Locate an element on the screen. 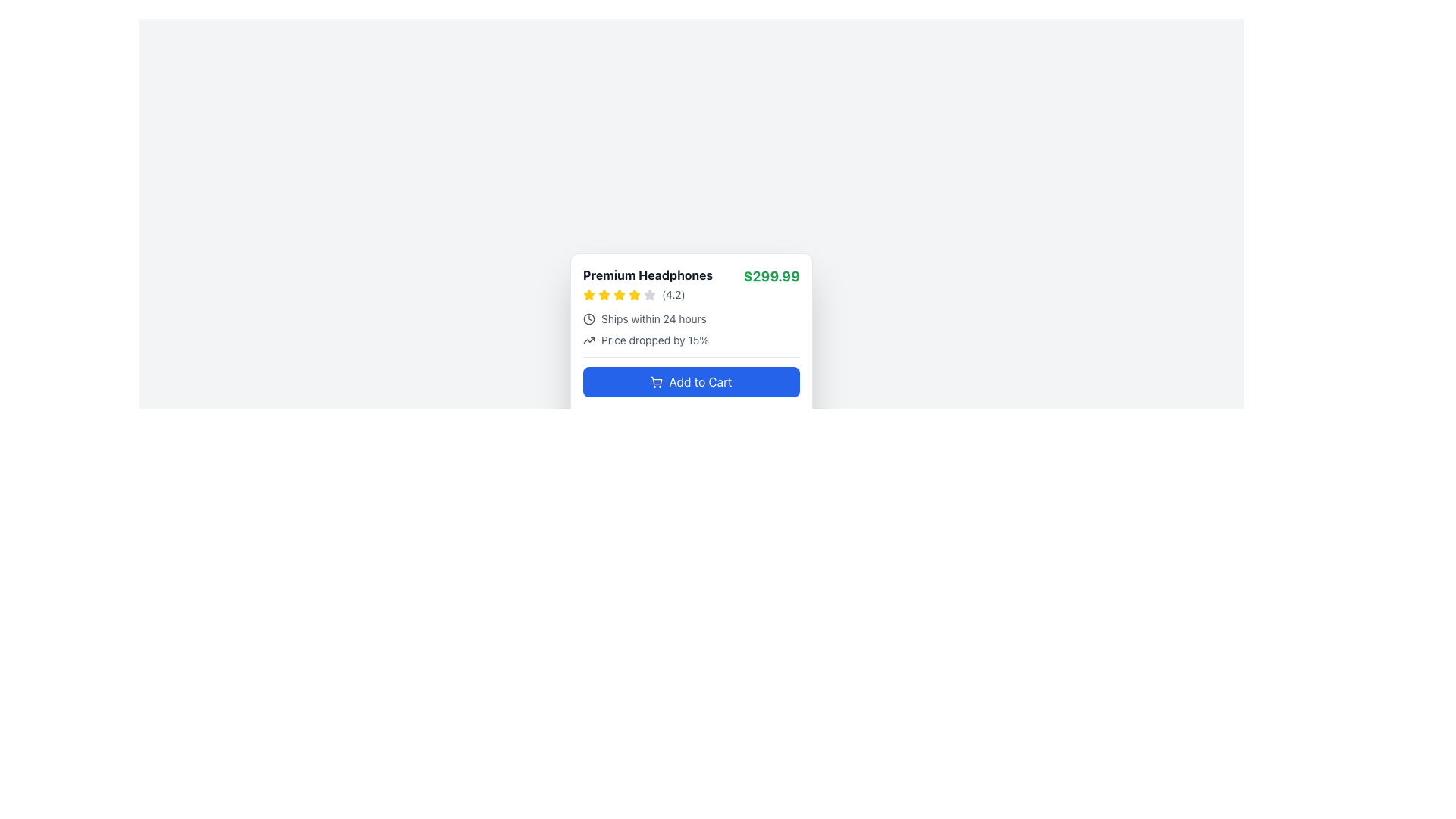 Image resolution: width=1456 pixels, height=819 pixels. the third star-shaped icon in a horizontal row of five stars that indicates a rating-related context, located below the product title is located at coordinates (649, 294).